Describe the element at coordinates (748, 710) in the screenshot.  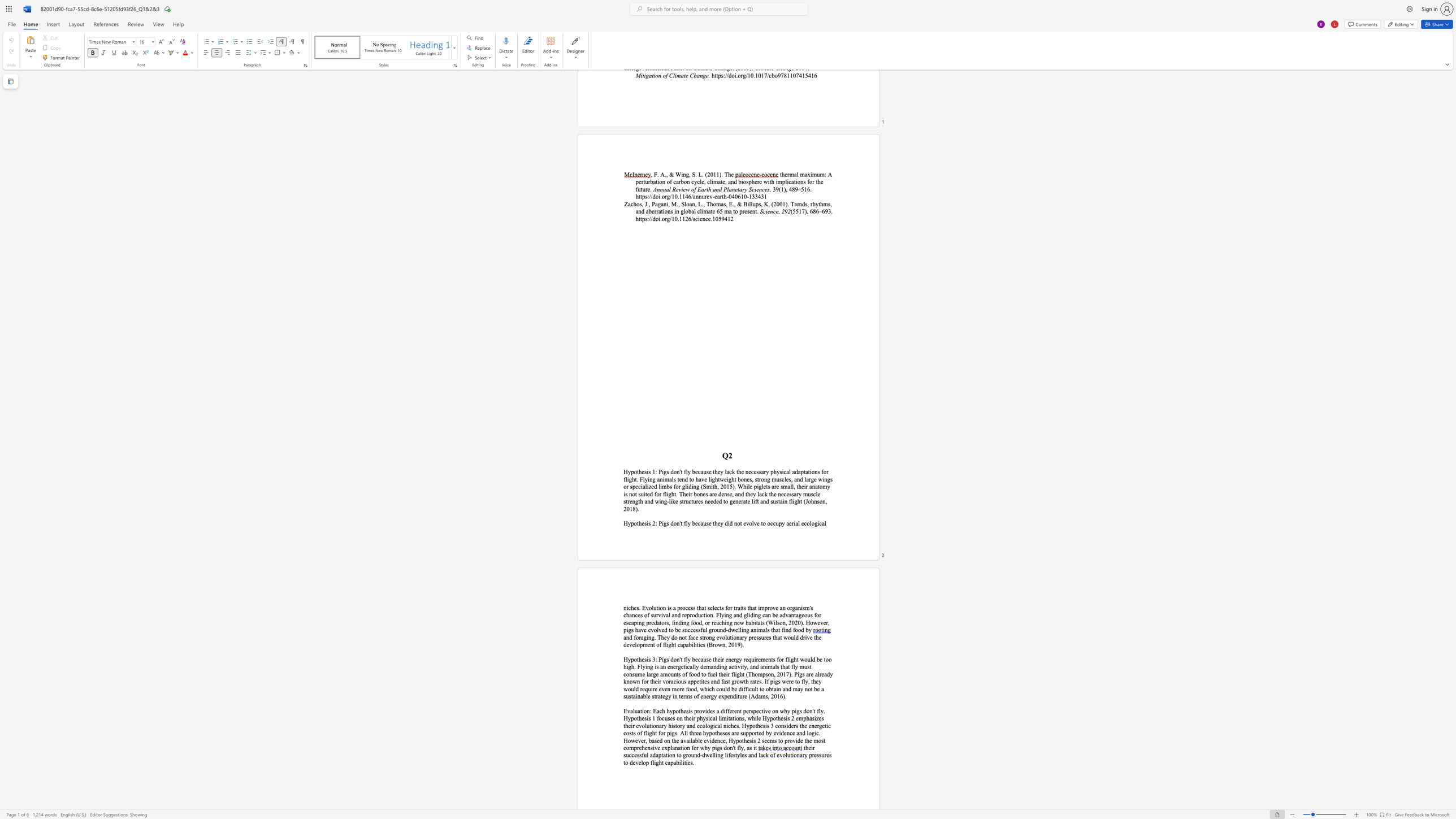
I see `the subset text "rsp" within the text "a different perspective"` at that location.